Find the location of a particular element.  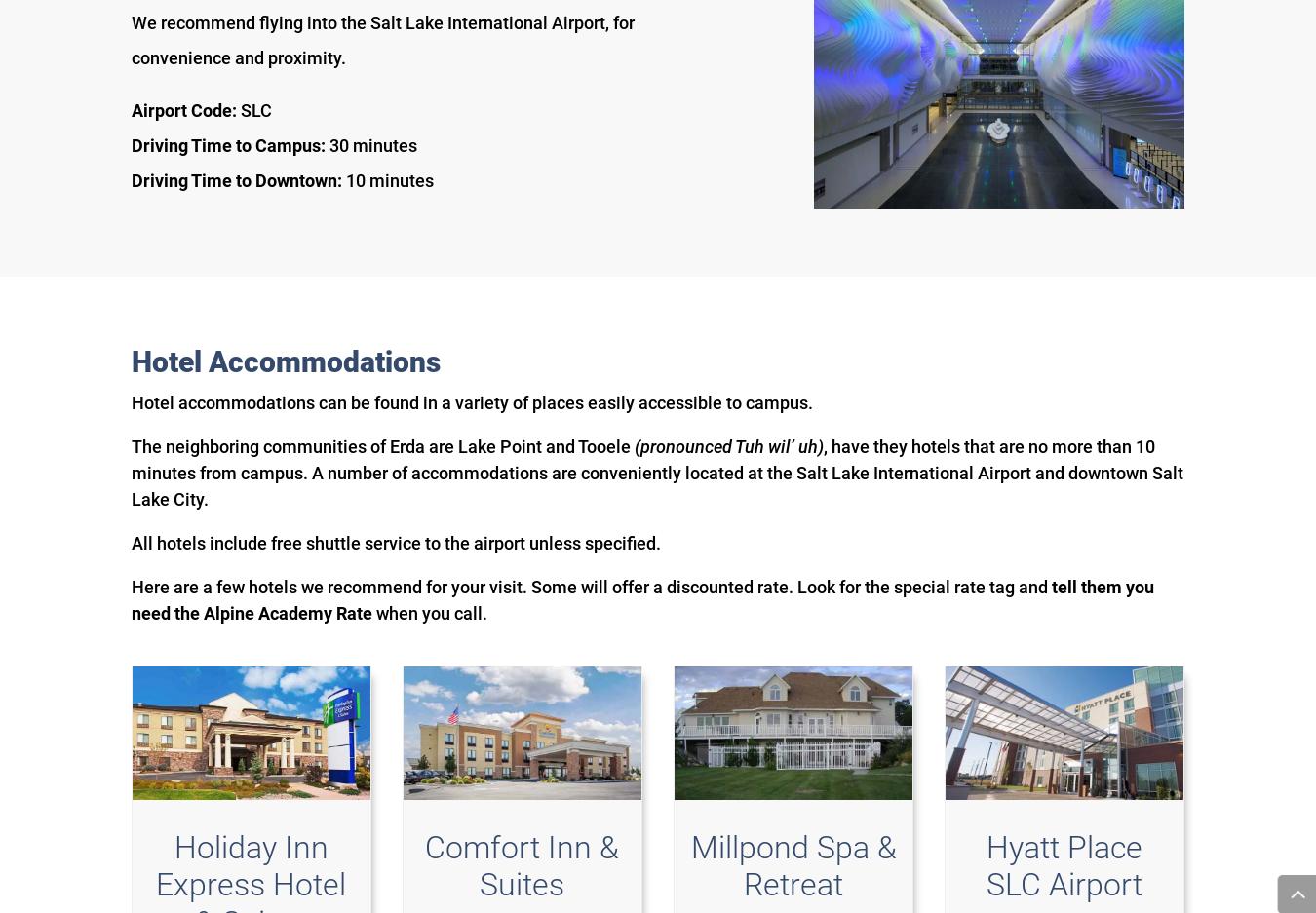

'All hotels include free shuttle service to the airport unless specified.' is located at coordinates (396, 542).